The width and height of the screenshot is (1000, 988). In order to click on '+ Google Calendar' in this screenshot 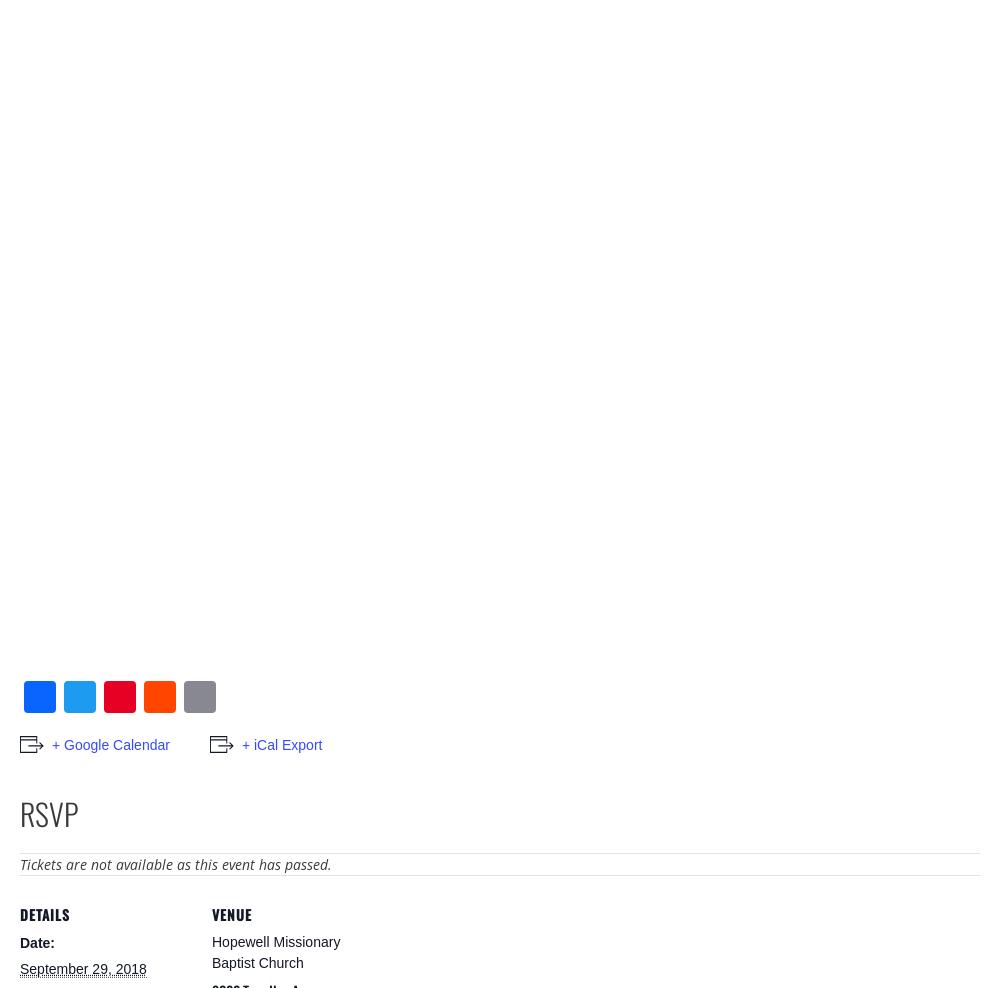, I will do `click(109, 742)`.